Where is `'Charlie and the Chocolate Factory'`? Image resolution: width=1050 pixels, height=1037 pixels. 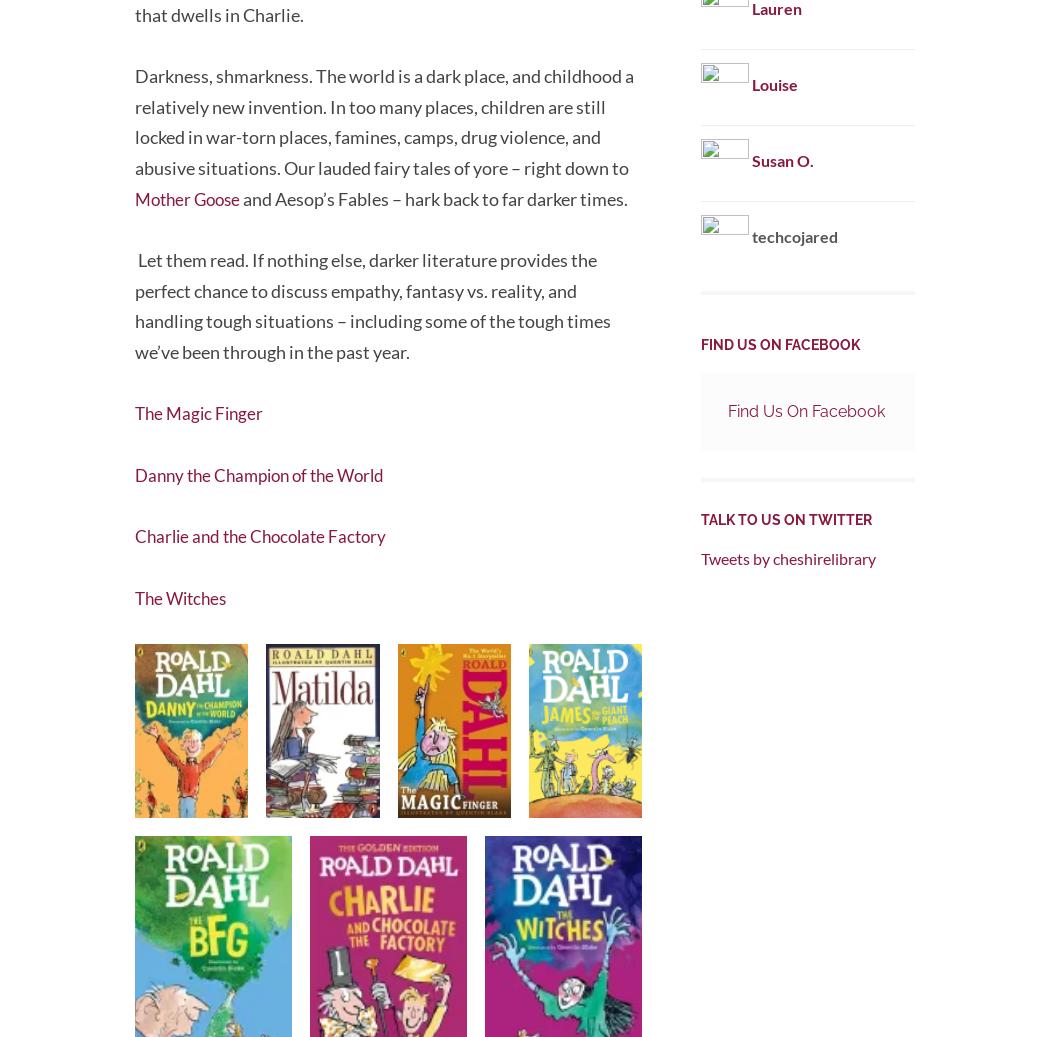 'Charlie and the Chocolate Factory' is located at coordinates (266, 531).